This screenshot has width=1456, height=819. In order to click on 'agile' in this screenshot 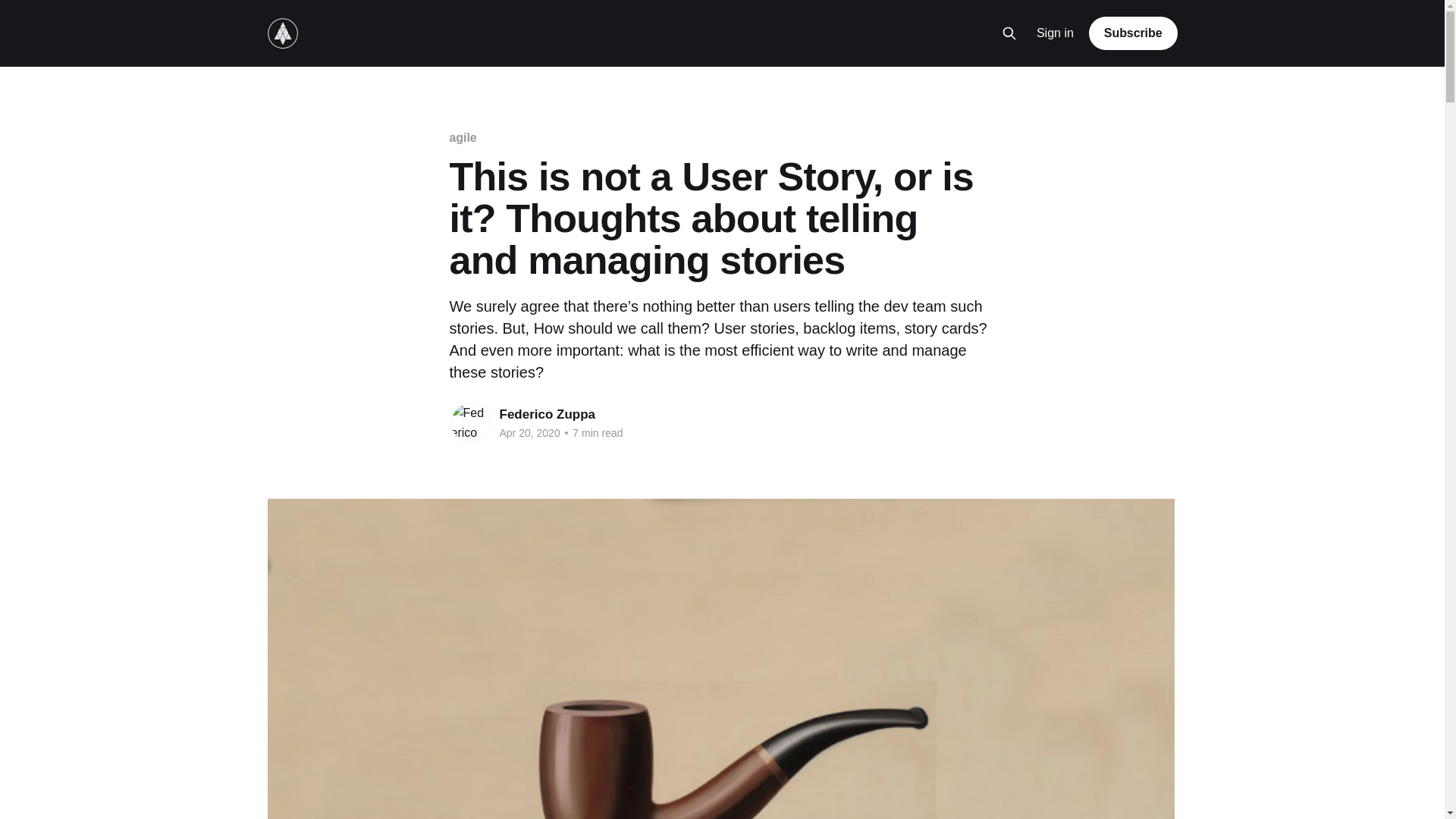, I will do `click(461, 137)`.